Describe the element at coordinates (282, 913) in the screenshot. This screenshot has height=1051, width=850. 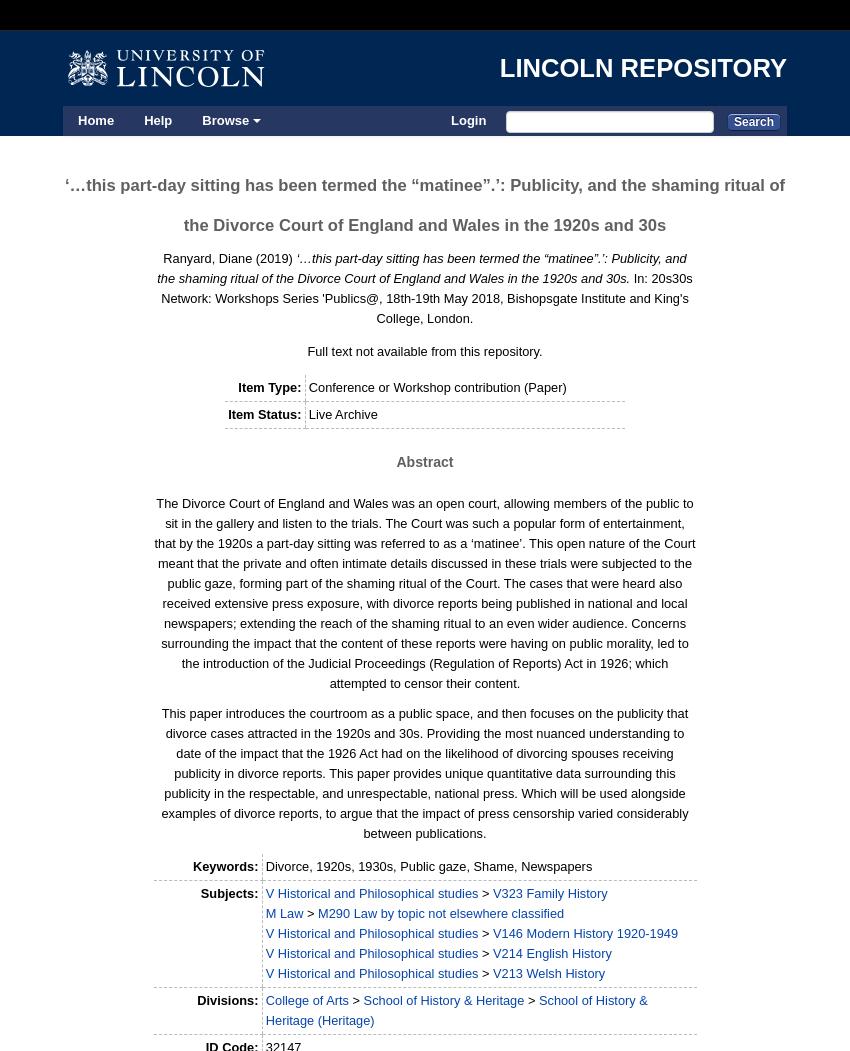
I see `'M Law'` at that location.